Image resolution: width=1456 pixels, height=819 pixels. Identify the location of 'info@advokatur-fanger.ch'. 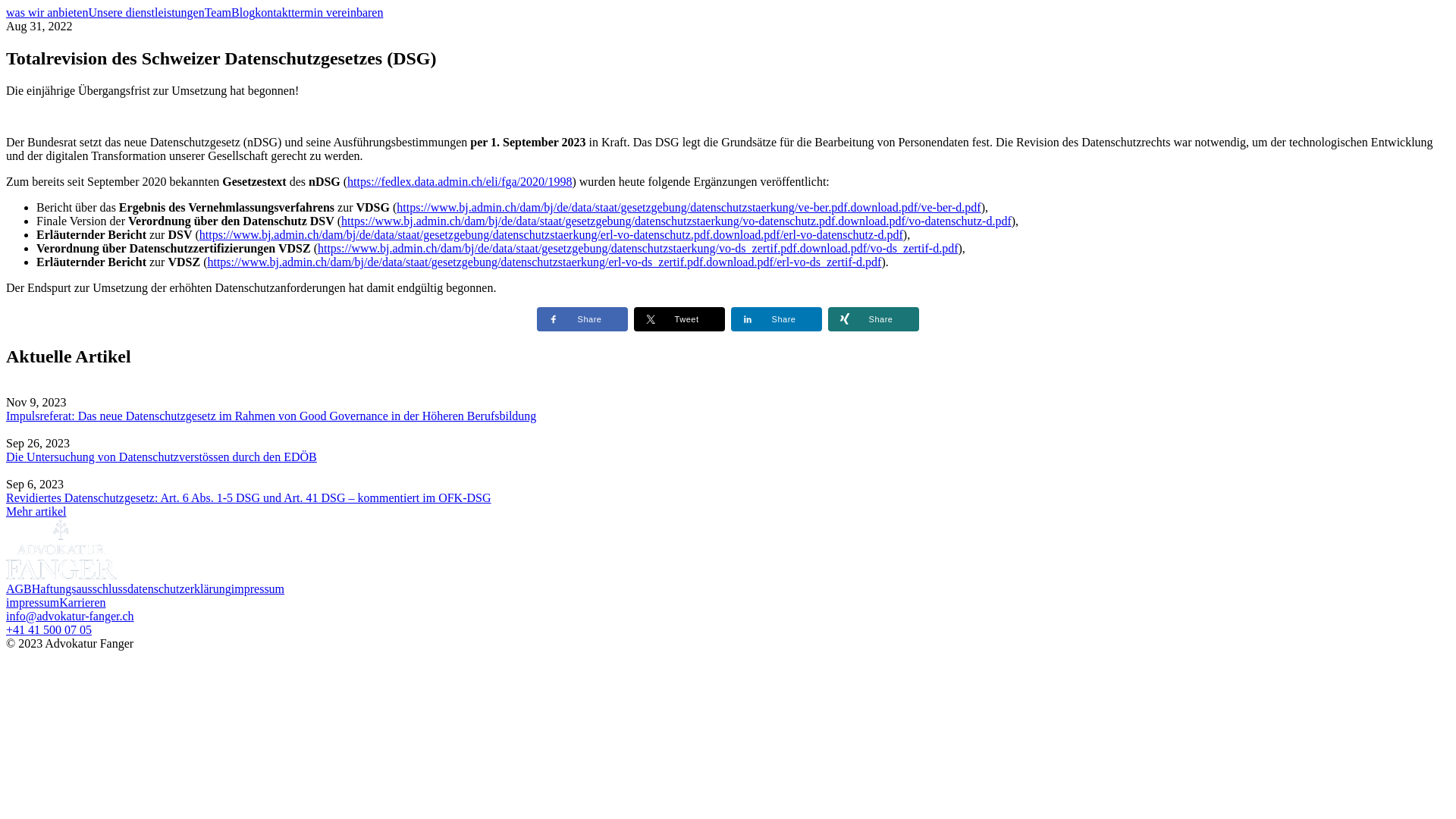
(6, 616).